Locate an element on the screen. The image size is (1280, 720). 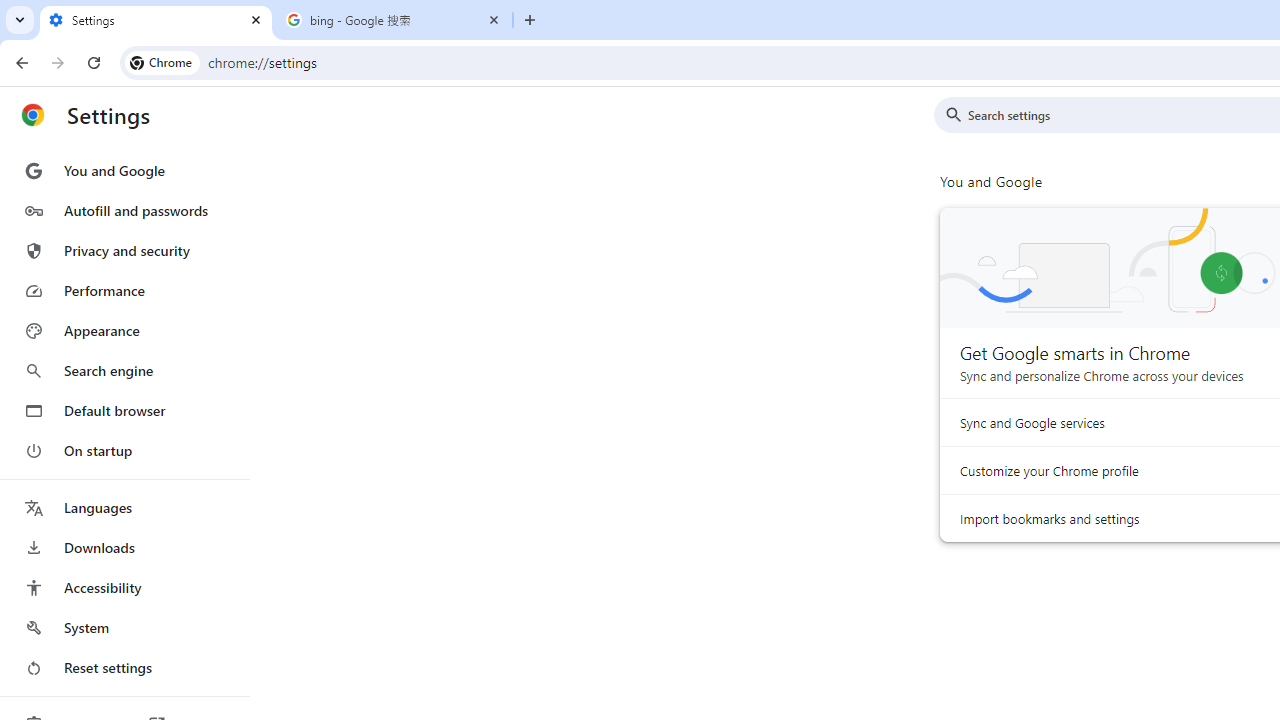
'On startup' is located at coordinates (123, 451).